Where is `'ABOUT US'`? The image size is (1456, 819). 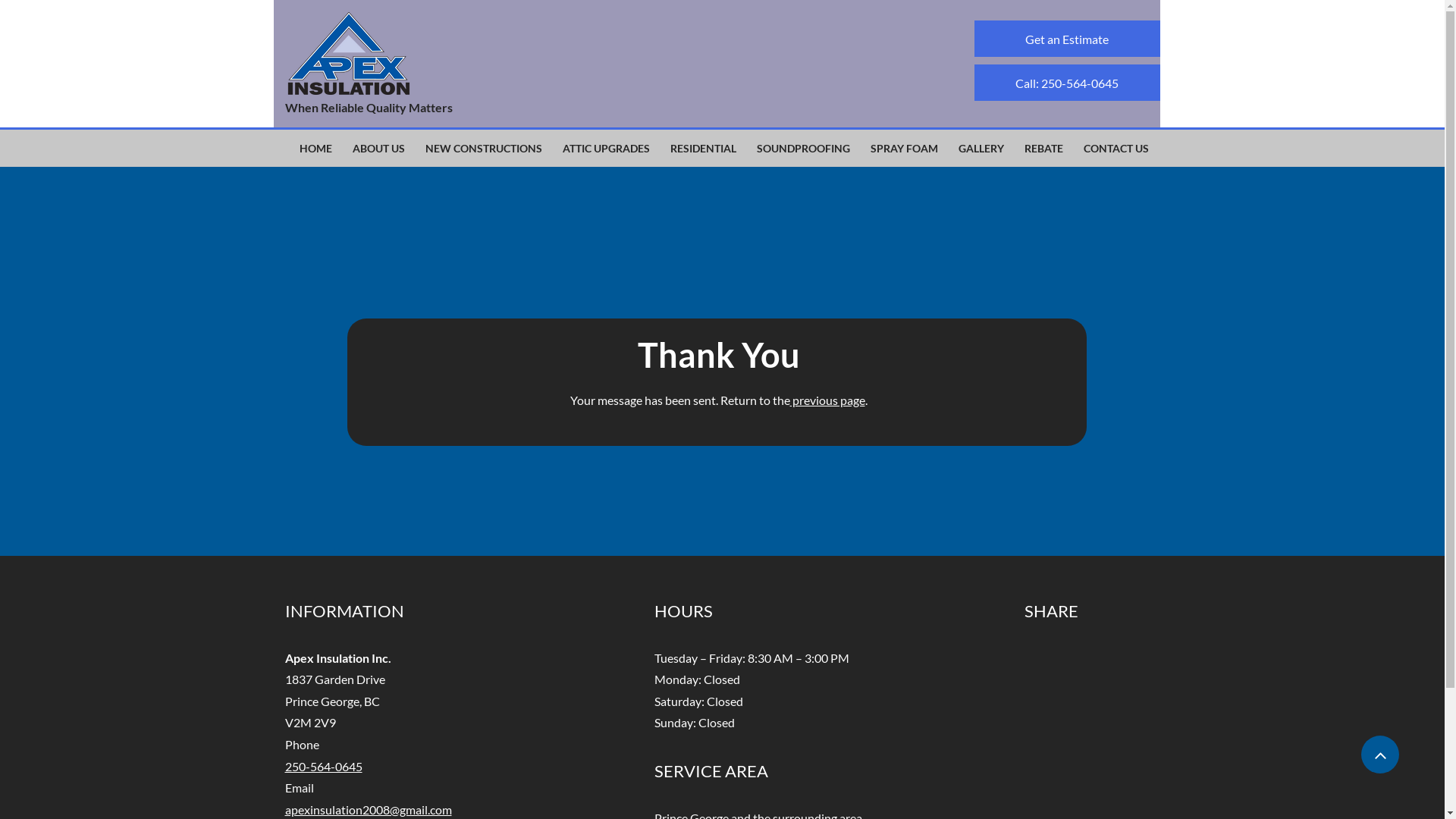 'ABOUT US' is located at coordinates (378, 149).